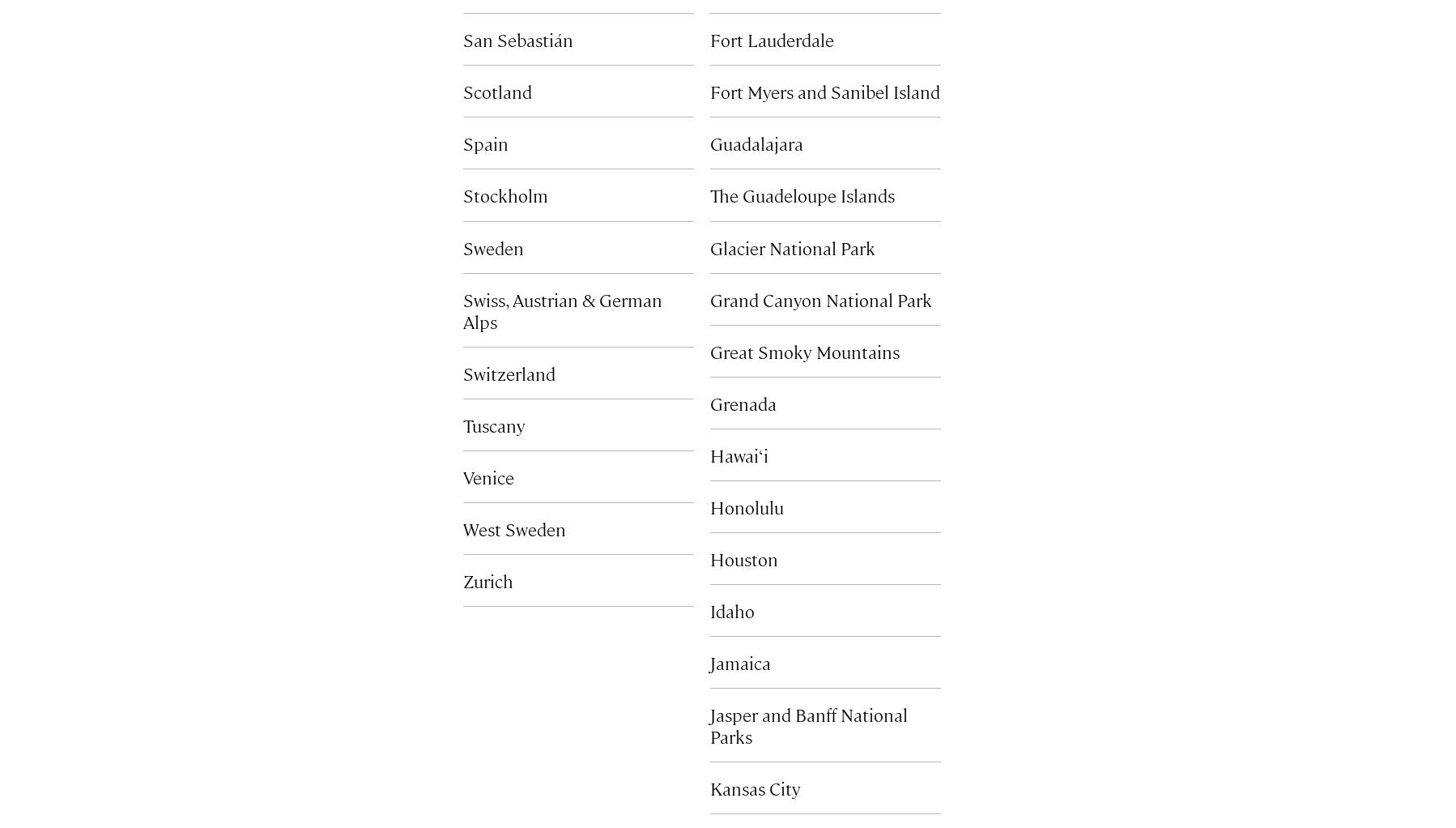 This screenshot has height=828, width=1456. Describe the element at coordinates (504, 194) in the screenshot. I see `'Stockholm'` at that location.